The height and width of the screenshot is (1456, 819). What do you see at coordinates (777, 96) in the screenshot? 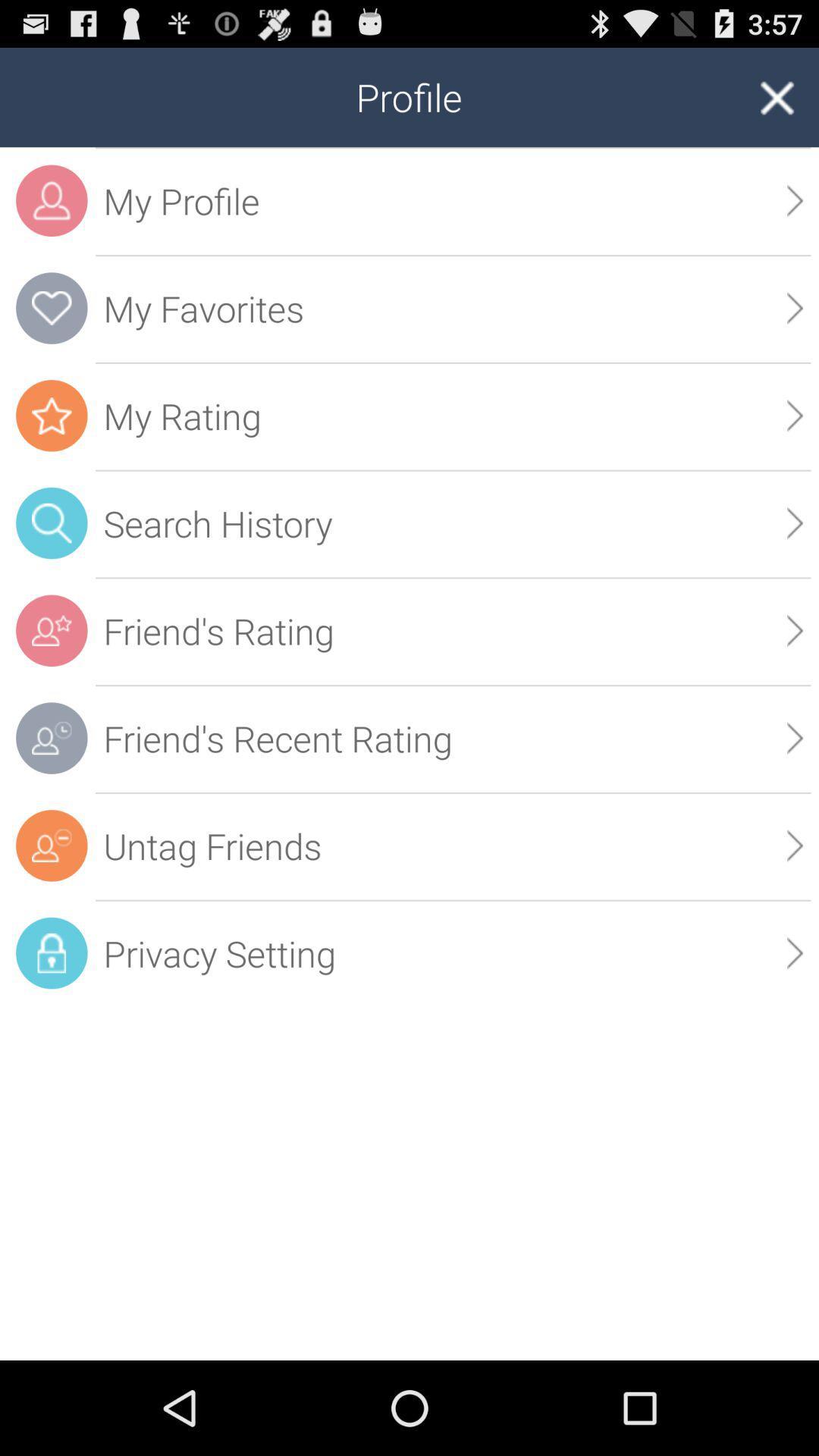
I see `the item above the my profile app` at bounding box center [777, 96].